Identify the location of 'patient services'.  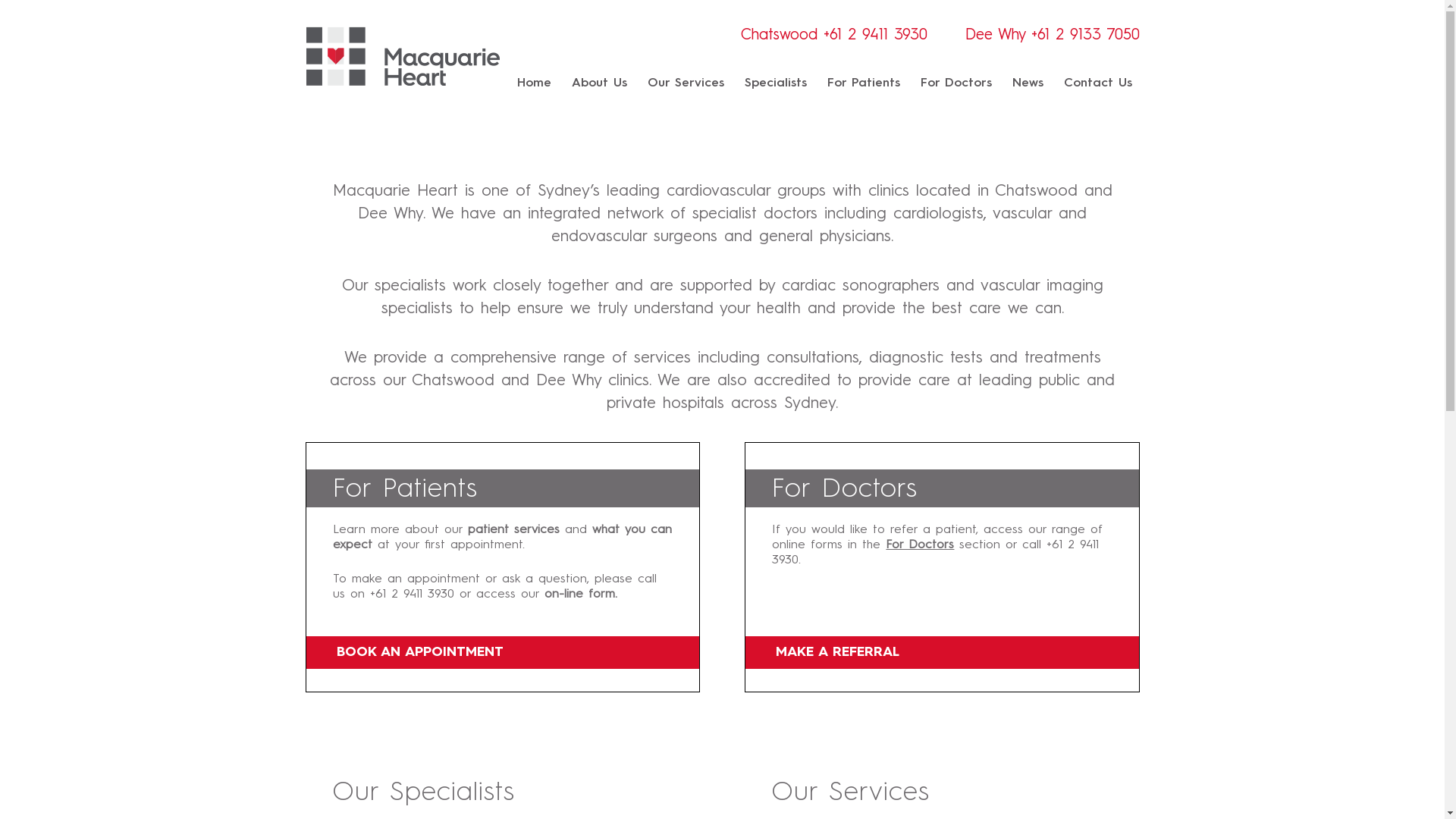
(466, 529).